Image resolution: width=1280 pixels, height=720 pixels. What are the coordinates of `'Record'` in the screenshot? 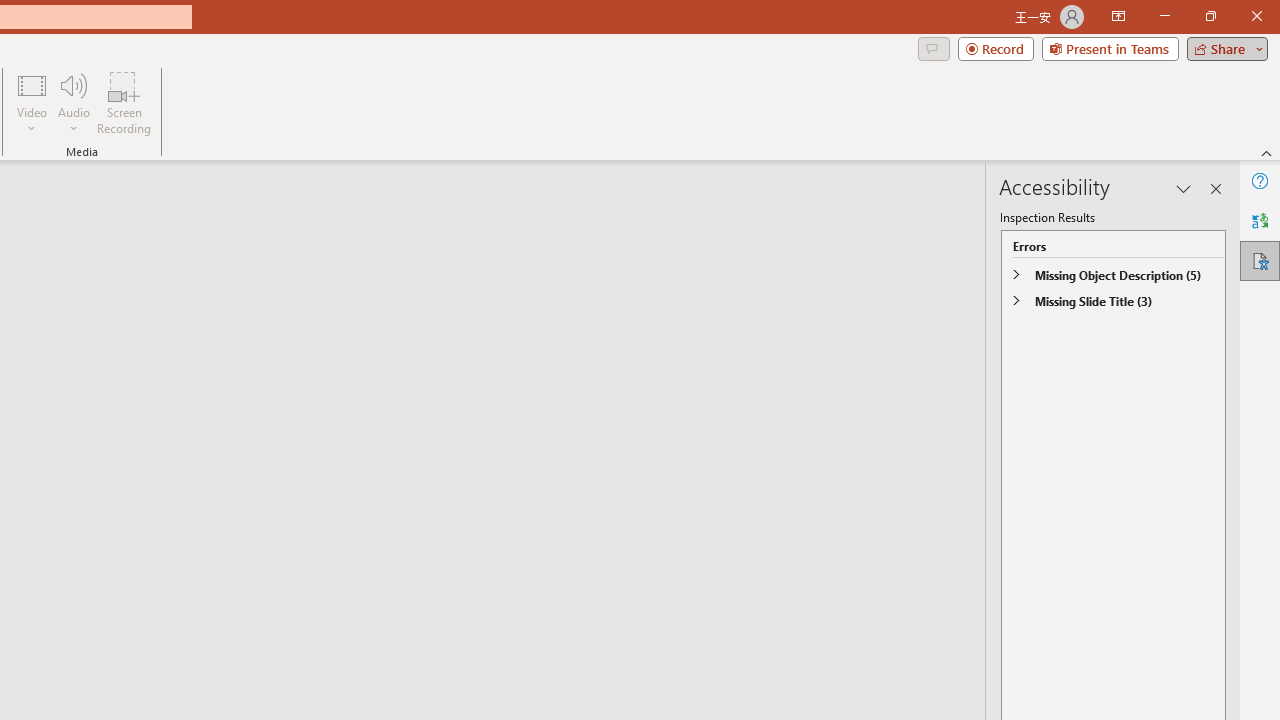 It's located at (995, 47).